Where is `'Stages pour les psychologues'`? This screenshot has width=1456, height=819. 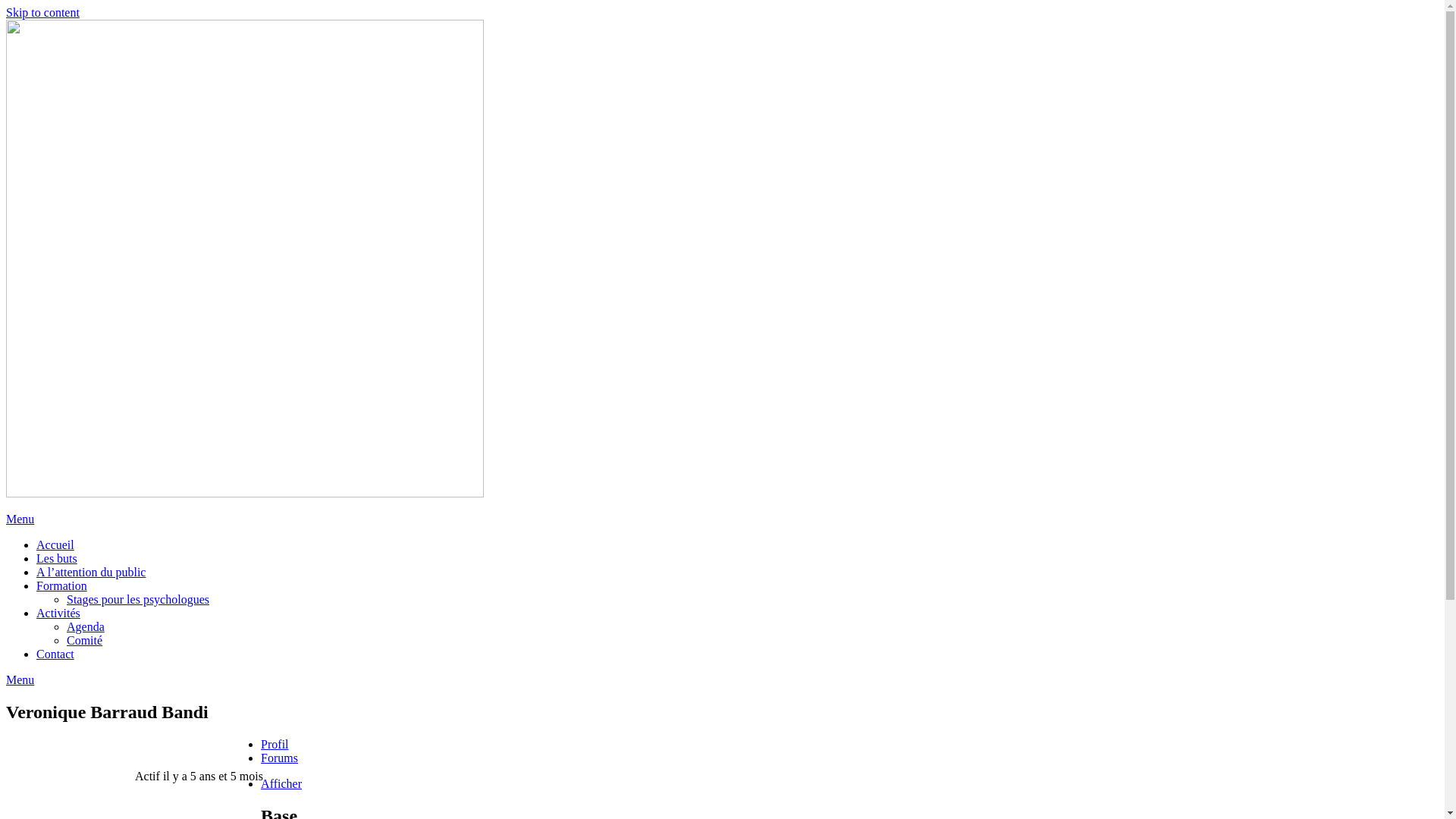 'Stages pour les psychologues' is located at coordinates (138, 598).